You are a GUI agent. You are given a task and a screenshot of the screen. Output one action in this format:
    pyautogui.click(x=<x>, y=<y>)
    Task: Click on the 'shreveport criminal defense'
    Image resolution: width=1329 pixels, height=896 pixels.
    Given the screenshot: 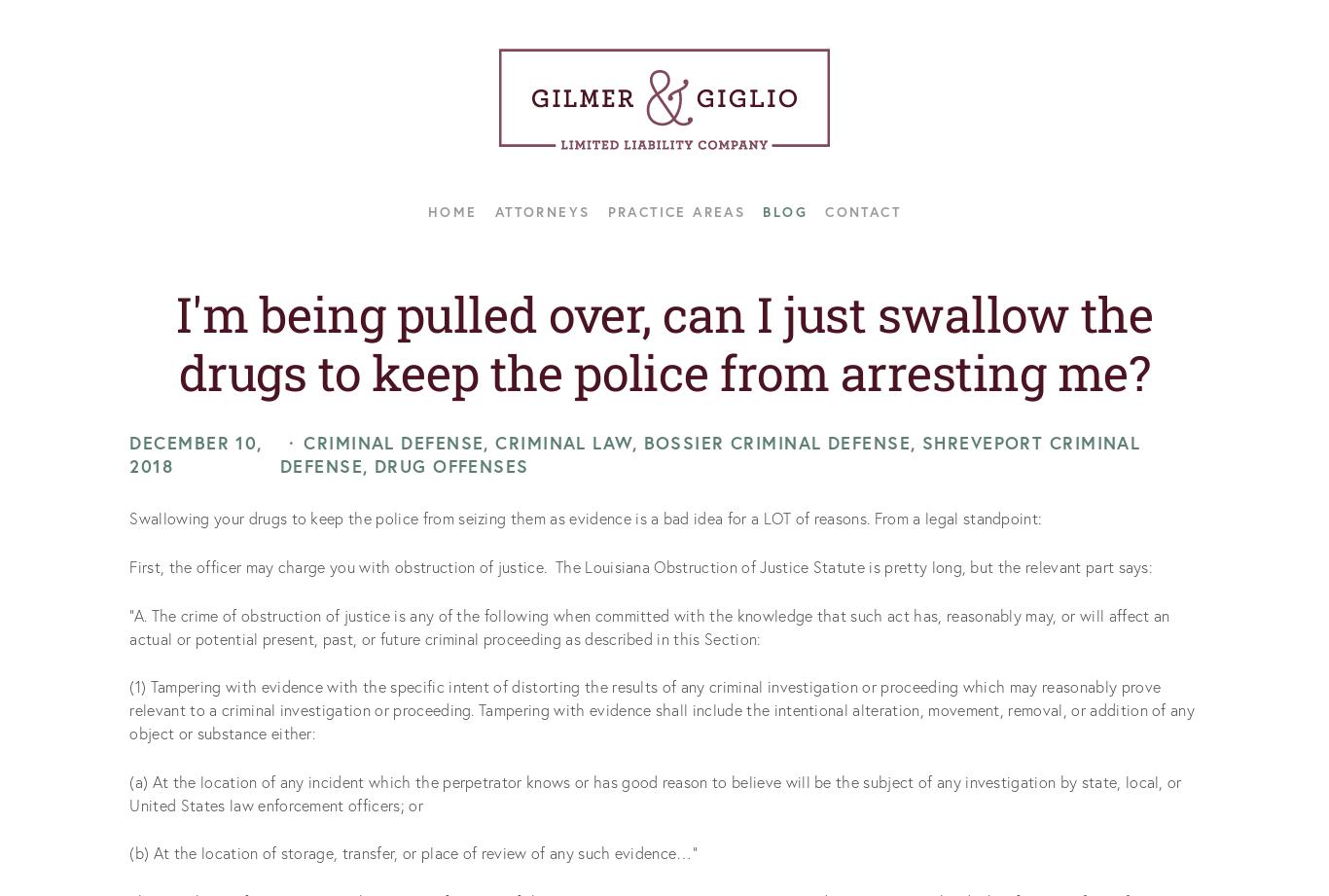 What is the action you would take?
    pyautogui.click(x=278, y=453)
    